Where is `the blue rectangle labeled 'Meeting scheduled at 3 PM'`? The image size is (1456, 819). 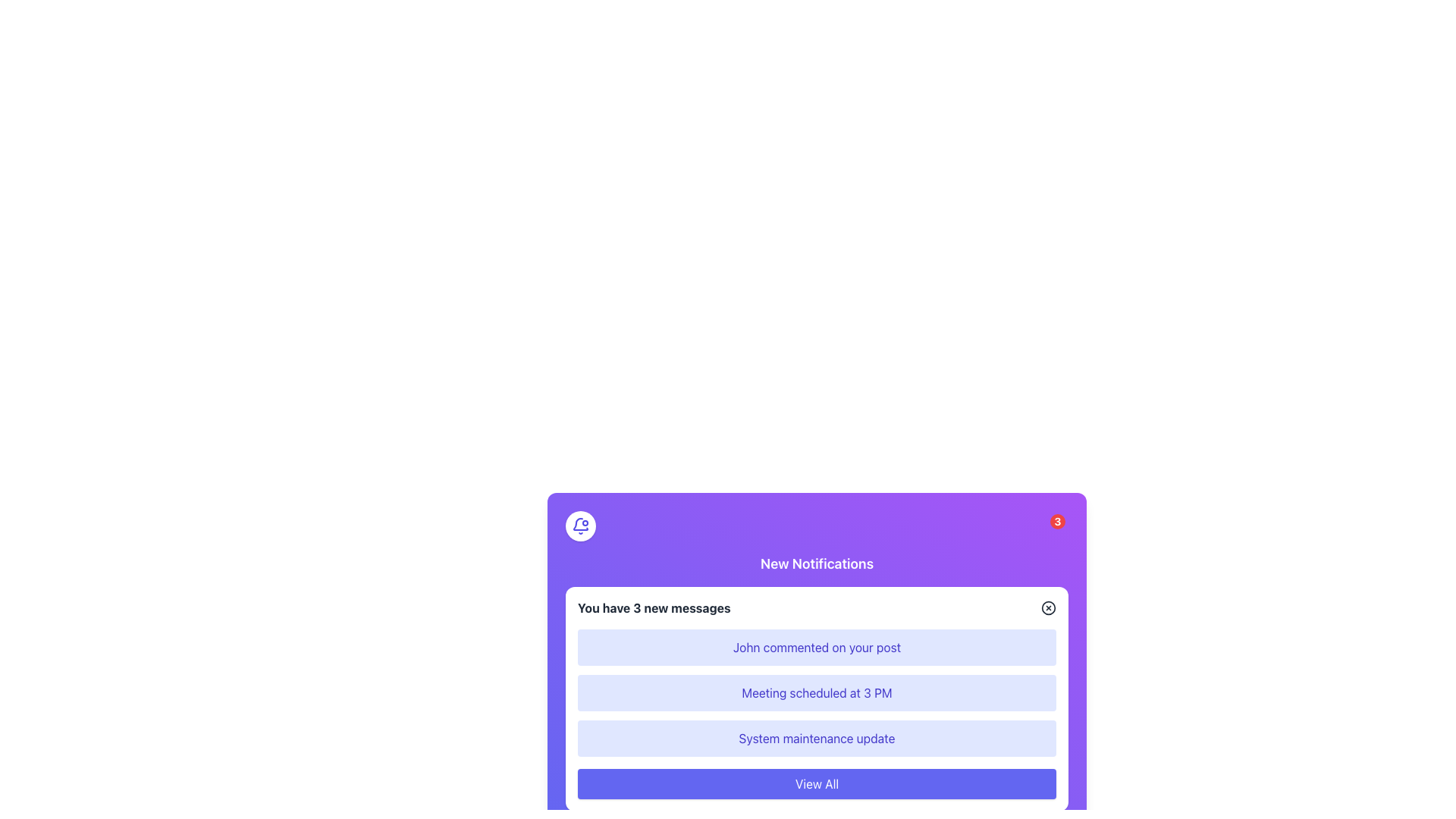
the blue rectangle labeled 'Meeting scheduled at 3 PM' is located at coordinates (816, 698).